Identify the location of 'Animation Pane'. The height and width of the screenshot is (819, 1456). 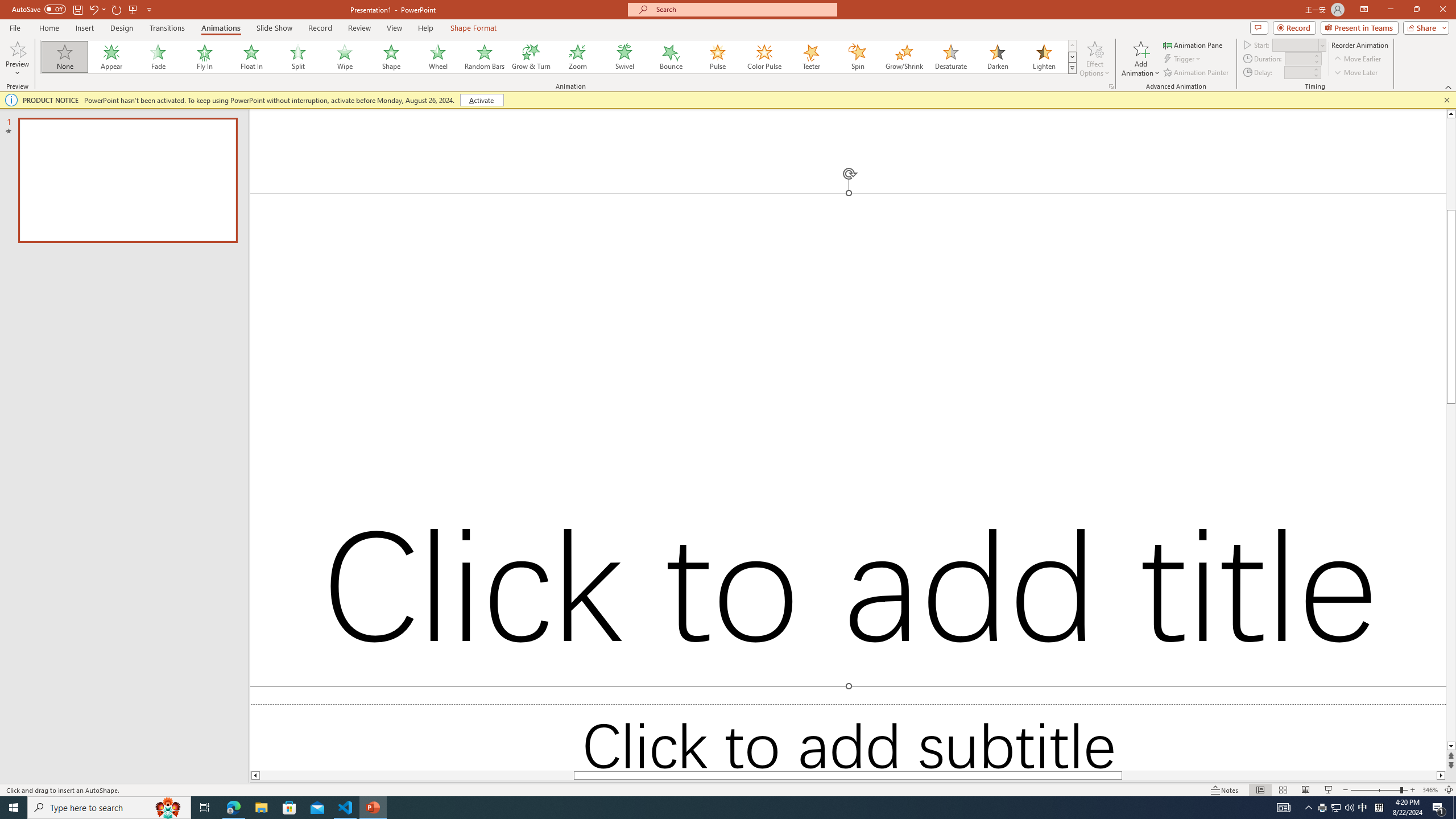
(1194, 44).